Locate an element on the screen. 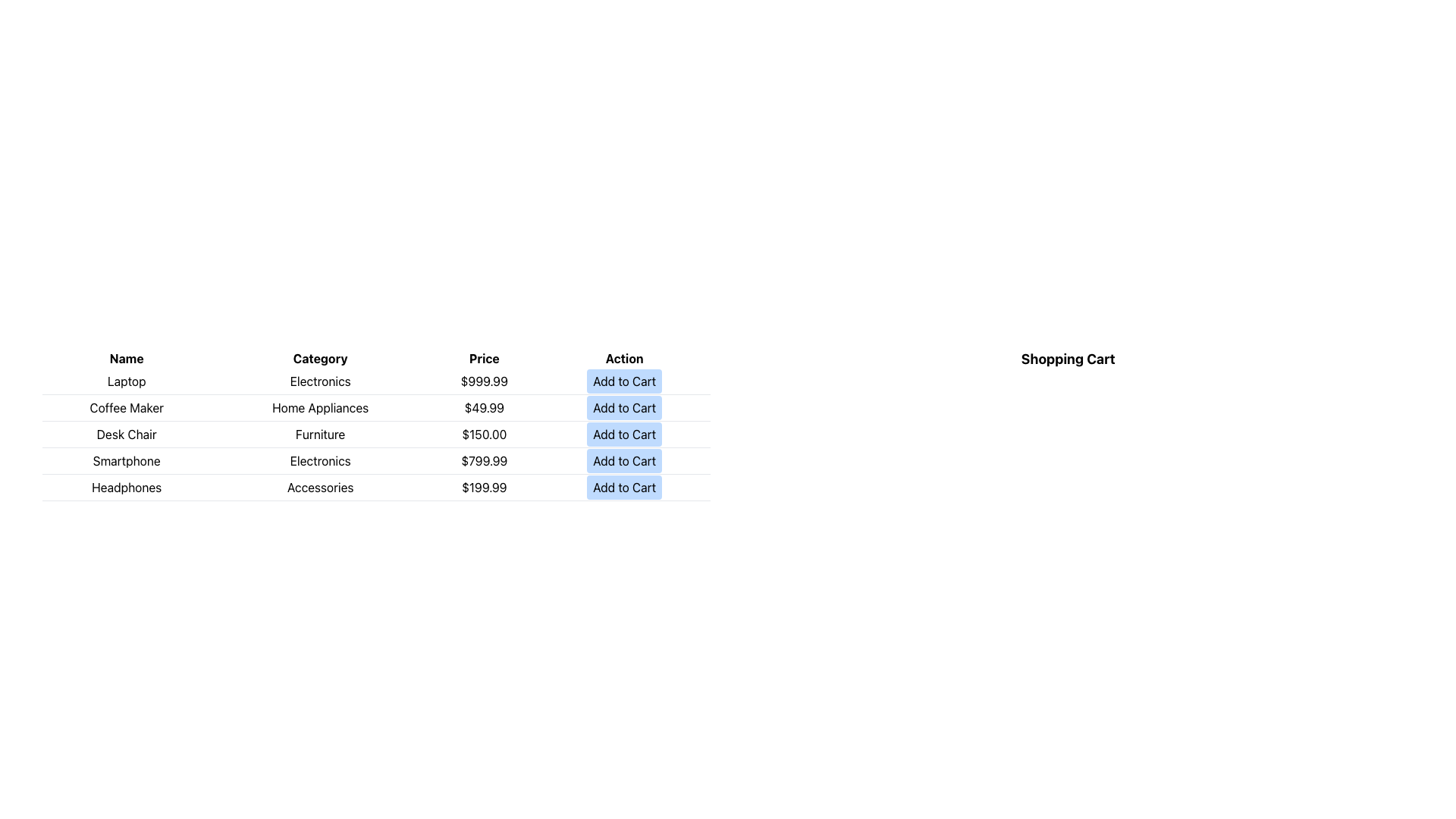 This screenshot has width=1456, height=819. the 'Add to Cart' button with a light blue background and rounded corners located in the 'Action' column of the 'Coffee Maker' product row is located at coordinates (624, 406).